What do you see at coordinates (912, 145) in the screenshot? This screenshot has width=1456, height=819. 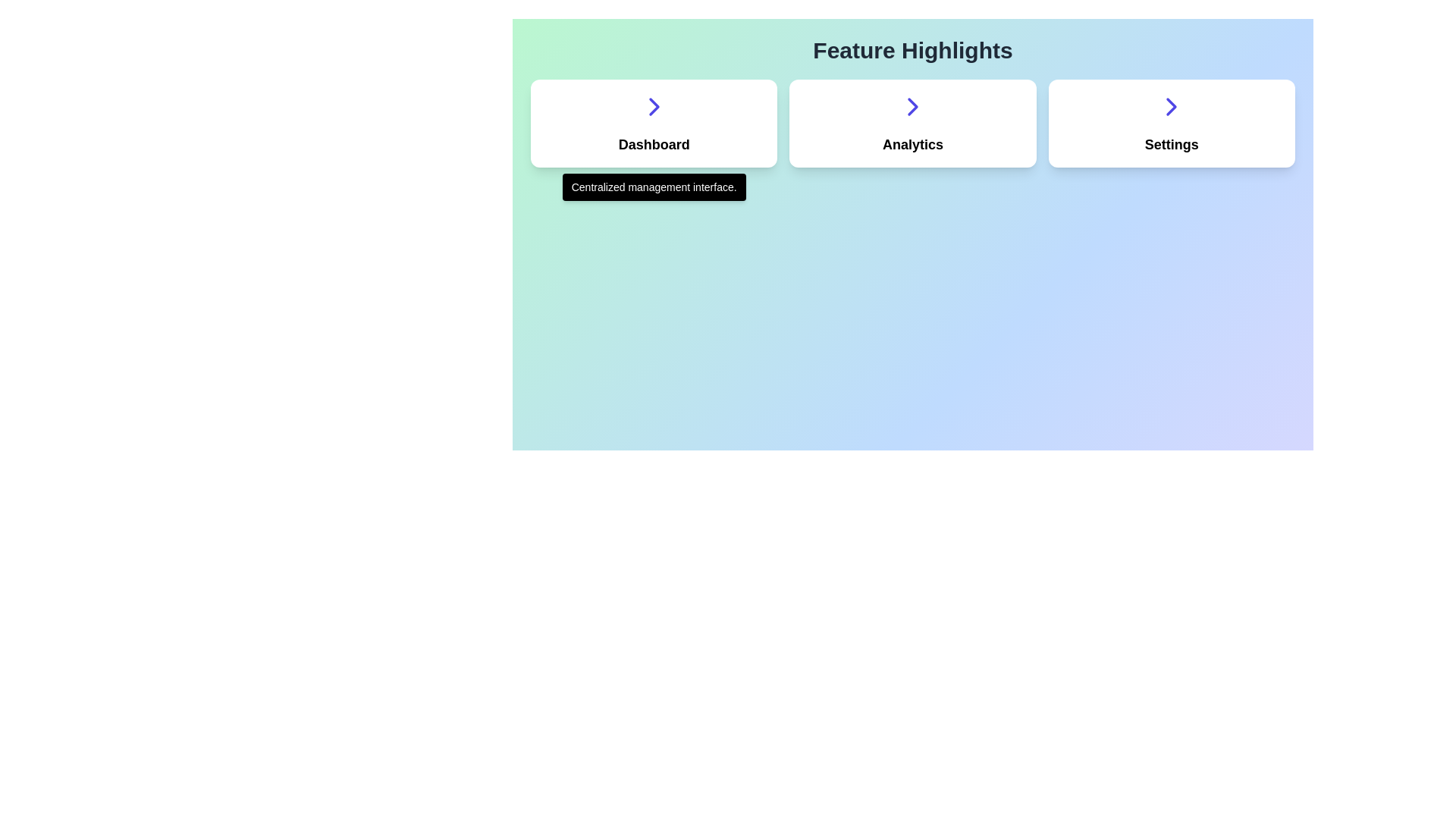 I see `the Text Label that serves as the descriptive title for the second item in a row of three elements titled 'Dashboard', 'Analytics', and 'Settings'` at bounding box center [912, 145].